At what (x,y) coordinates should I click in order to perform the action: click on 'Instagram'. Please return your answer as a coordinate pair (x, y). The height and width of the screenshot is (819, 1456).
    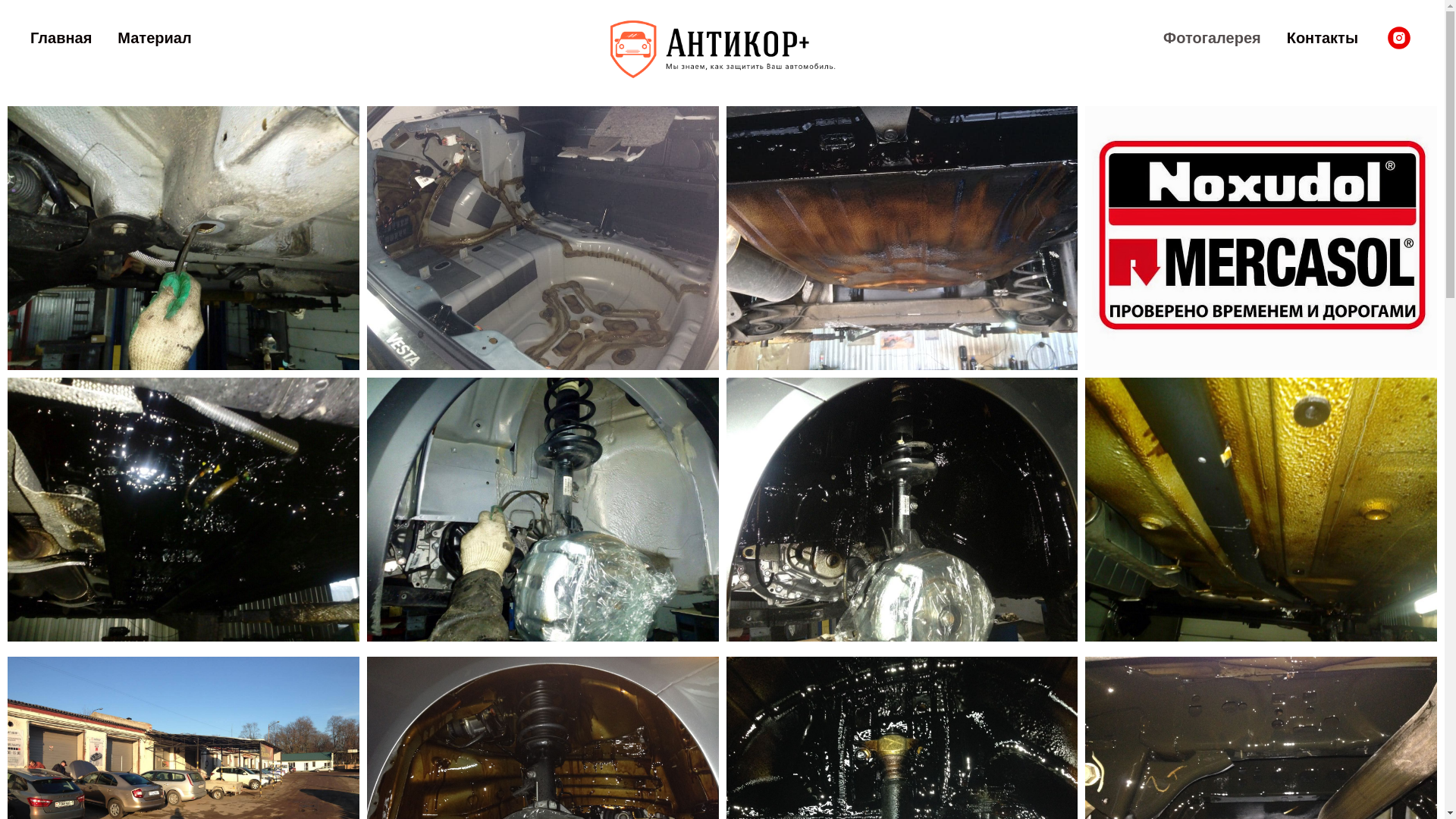
    Looking at the image, I should click on (1387, 37).